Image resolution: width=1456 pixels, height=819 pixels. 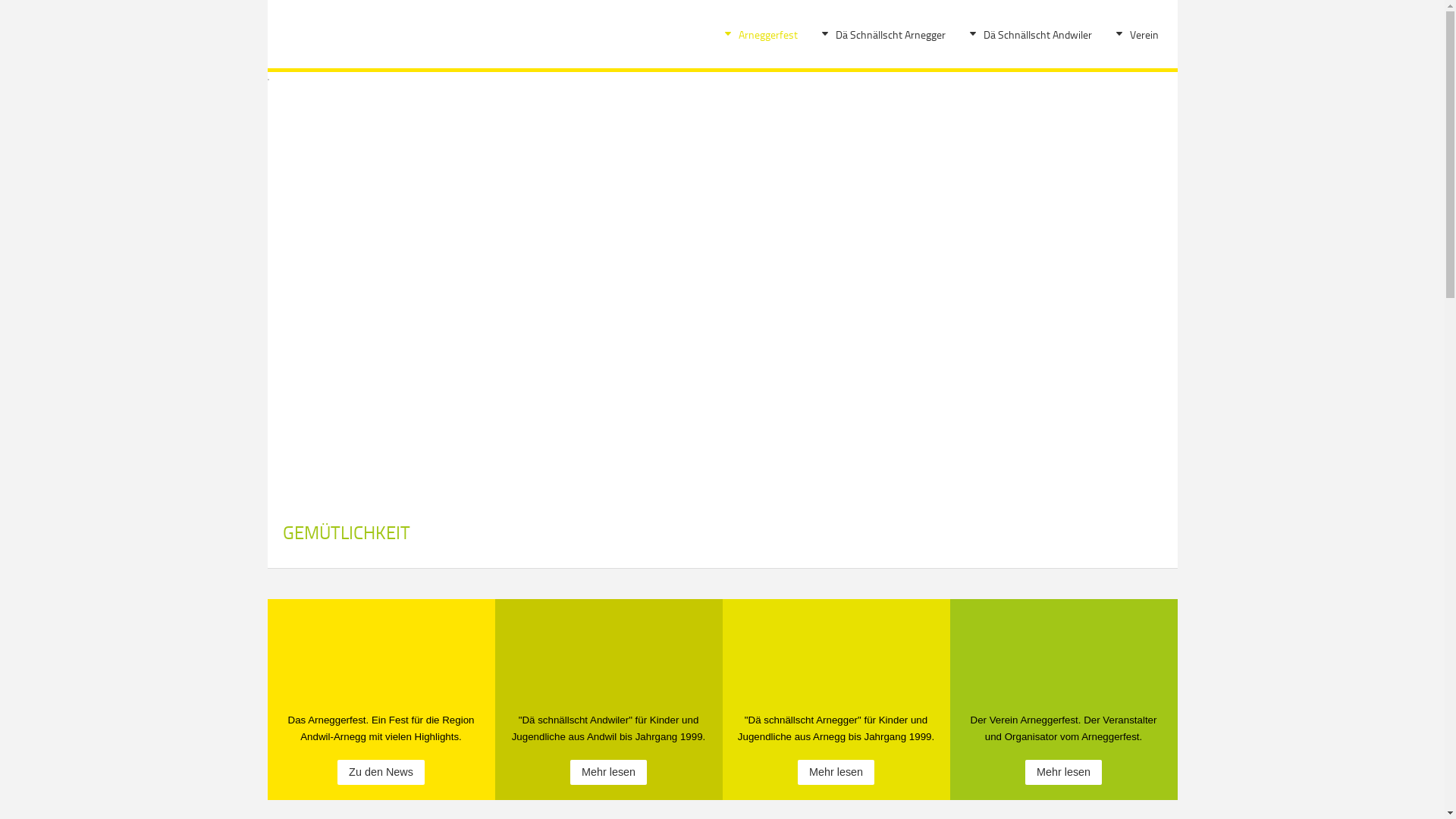 What do you see at coordinates (1062, 772) in the screenshot?
I see `'Mehr lesen'` at bounding box center [1062, 772].